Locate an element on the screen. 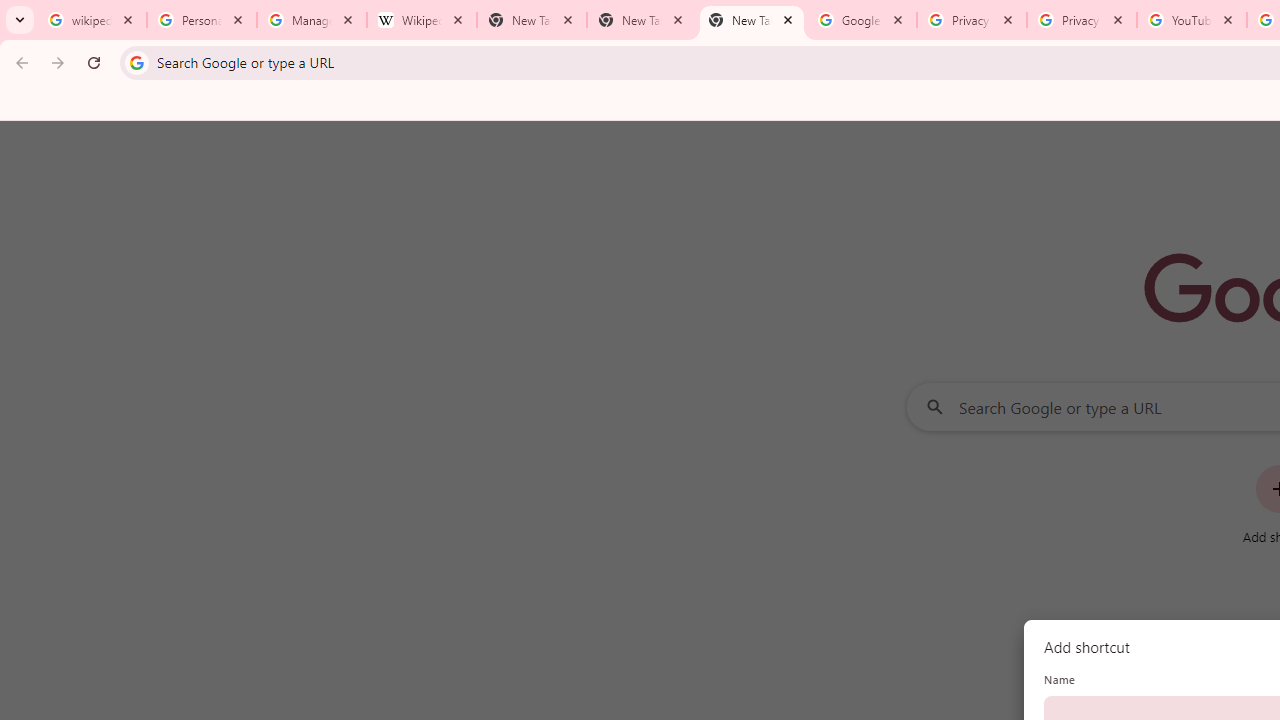  'Personalization & Google Search results - Google Search Help' is located at coordinates (202, 20).